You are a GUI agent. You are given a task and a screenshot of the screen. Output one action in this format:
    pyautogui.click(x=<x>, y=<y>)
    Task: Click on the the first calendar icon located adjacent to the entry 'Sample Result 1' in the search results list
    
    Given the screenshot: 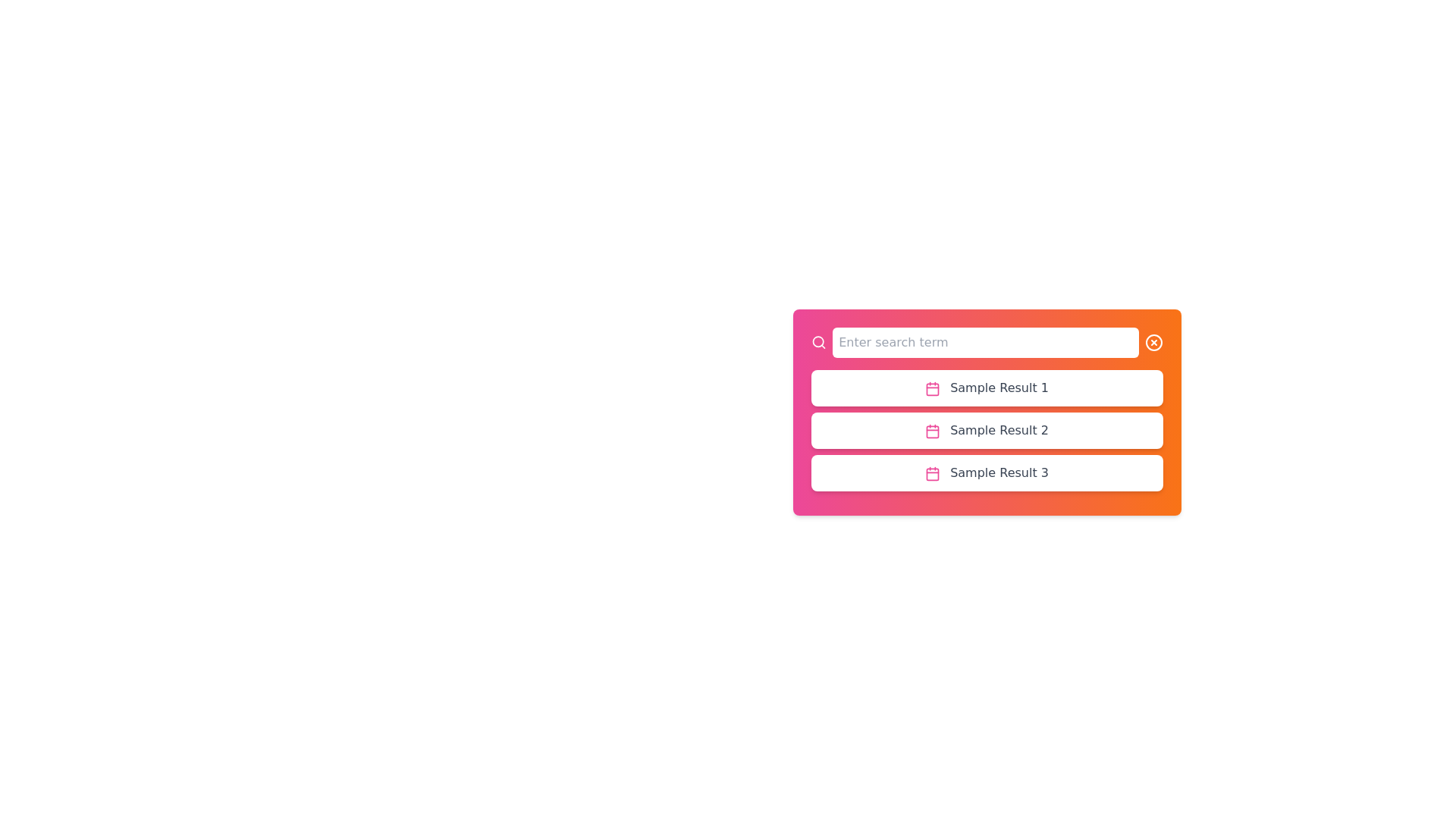 What is the action you would take?
    pyautogui.click(x=932, y=388)
    